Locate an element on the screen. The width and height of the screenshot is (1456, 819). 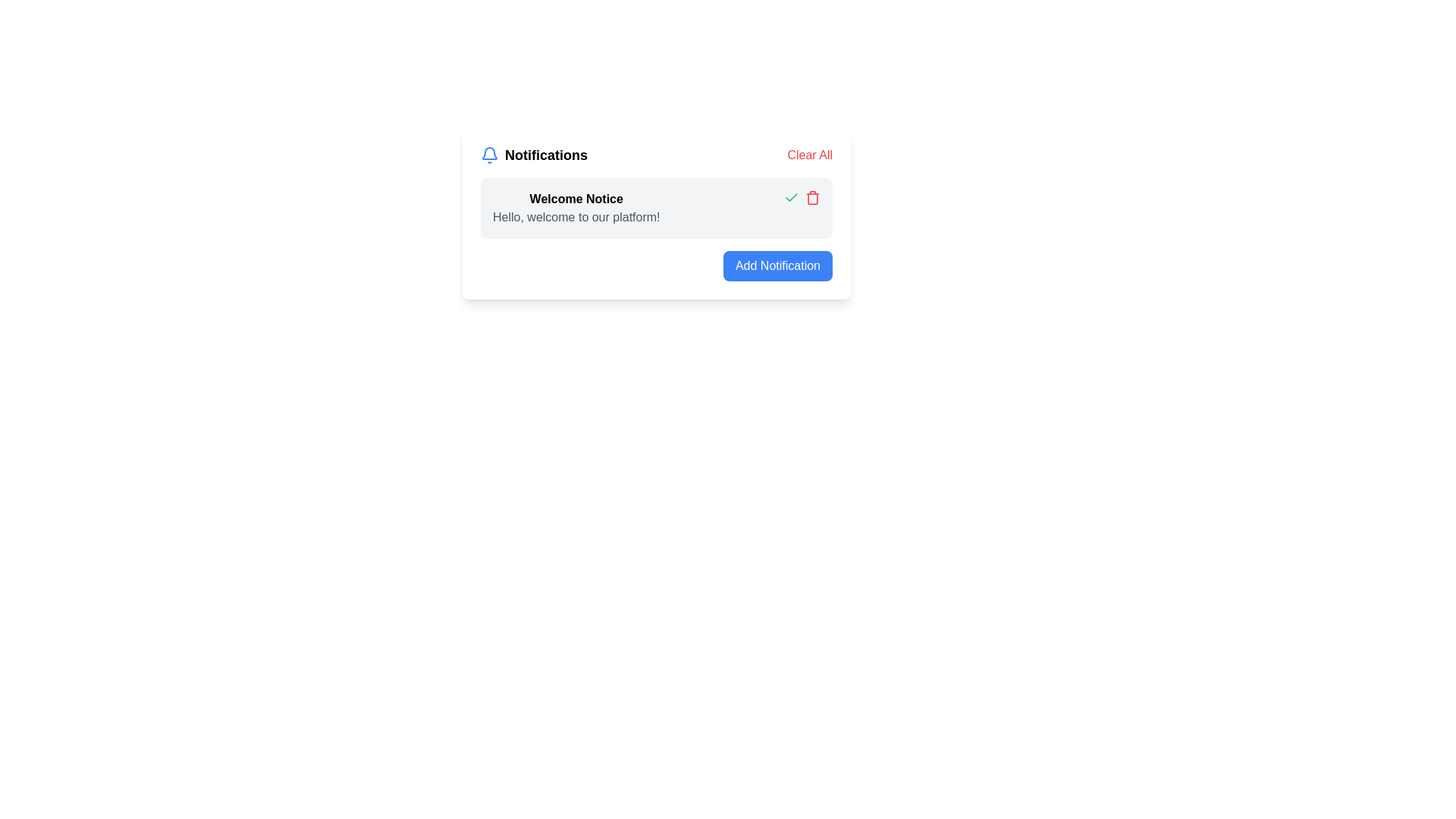
the button located at the bottom right side of the notification panel is located at coordinates (778, 265).